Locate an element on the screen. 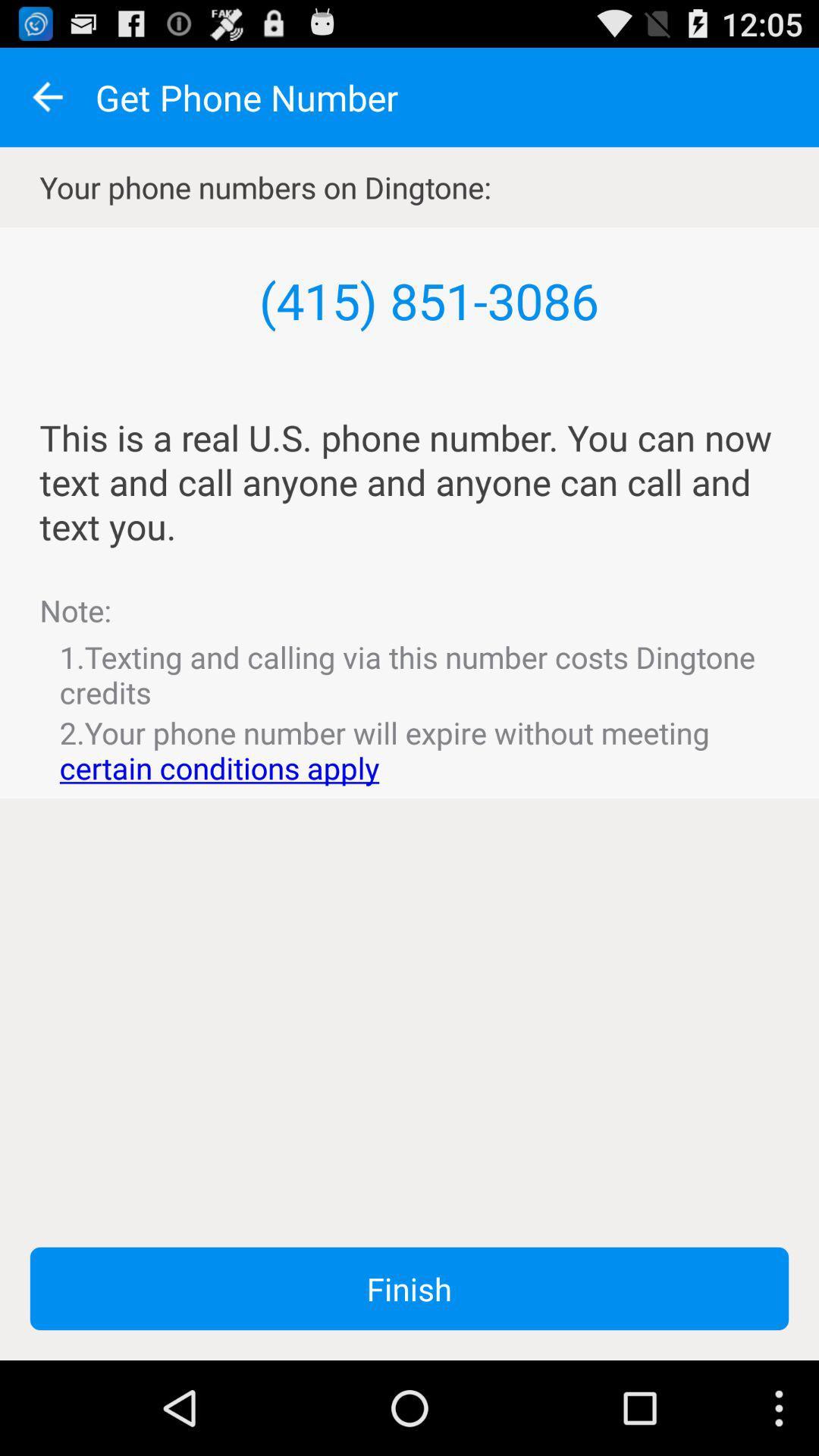 The height and width of the screenshot is (1456, 819). the button at the bottom is located at coordinates (409, 1288).